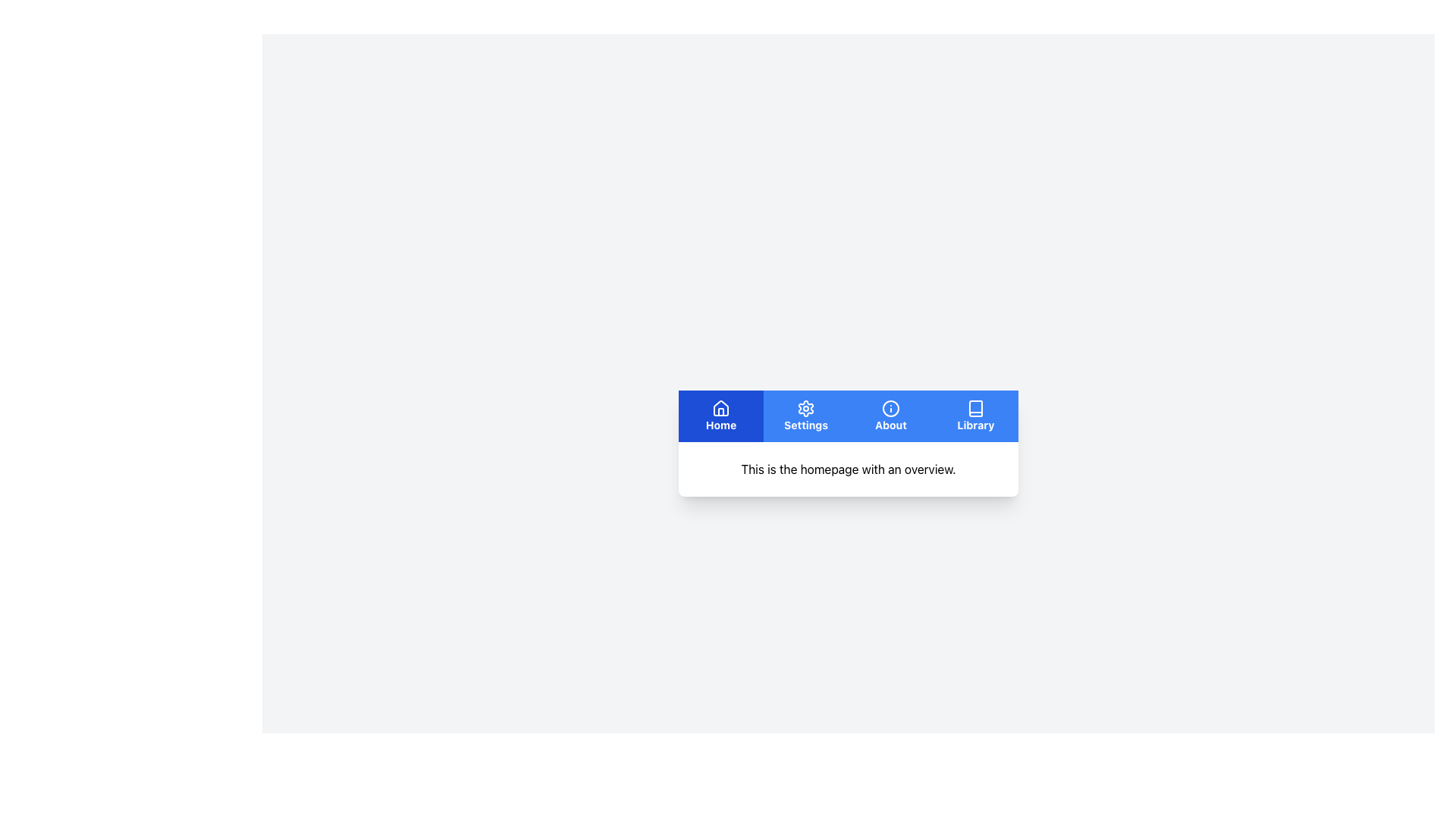 This screenshot has height=819, width=1456. I want to click on the 'Library' icon in the bottom-center navigation bar, so click(975, 408).